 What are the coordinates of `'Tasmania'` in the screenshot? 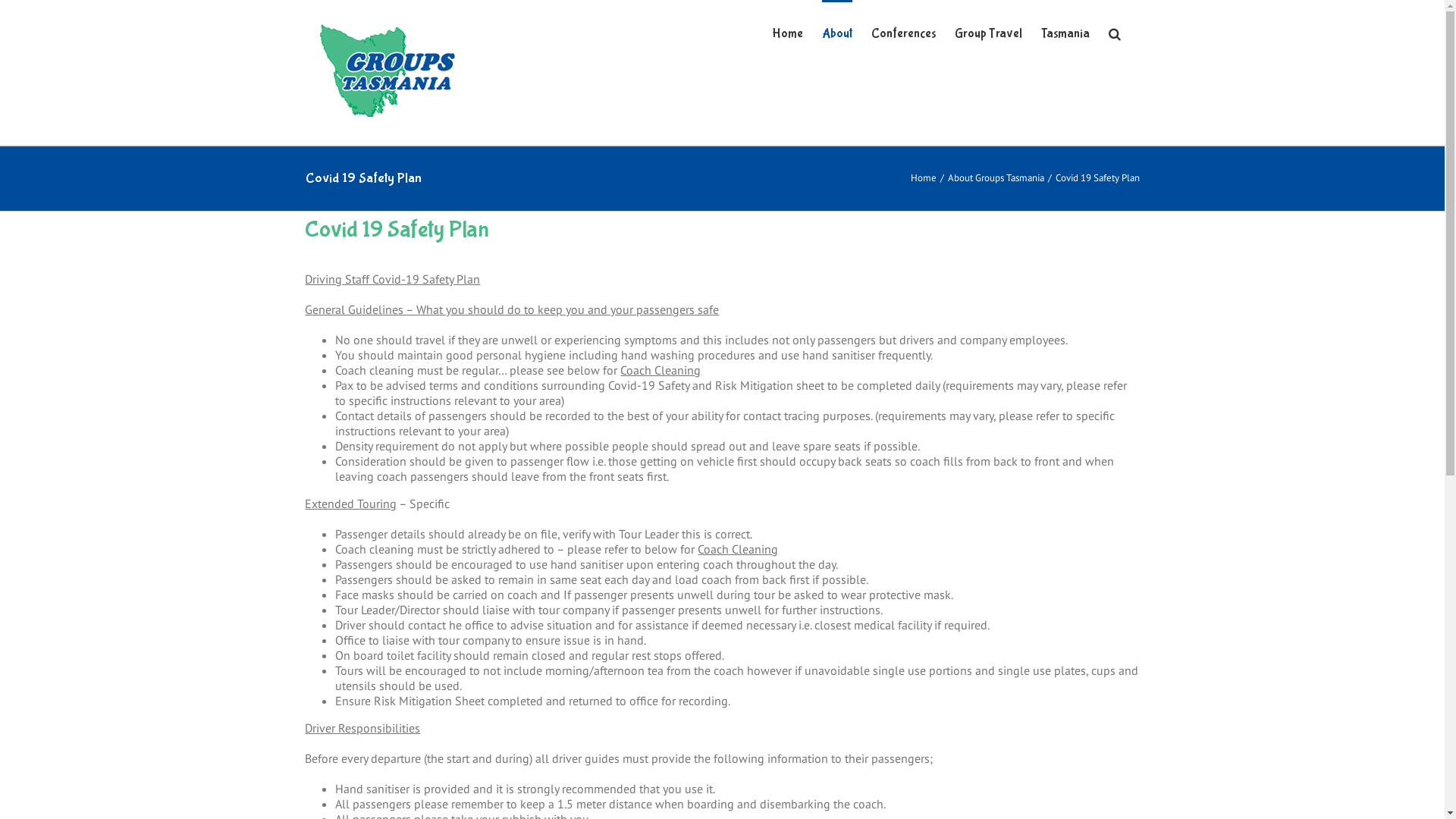 It's located at (1063, 32).